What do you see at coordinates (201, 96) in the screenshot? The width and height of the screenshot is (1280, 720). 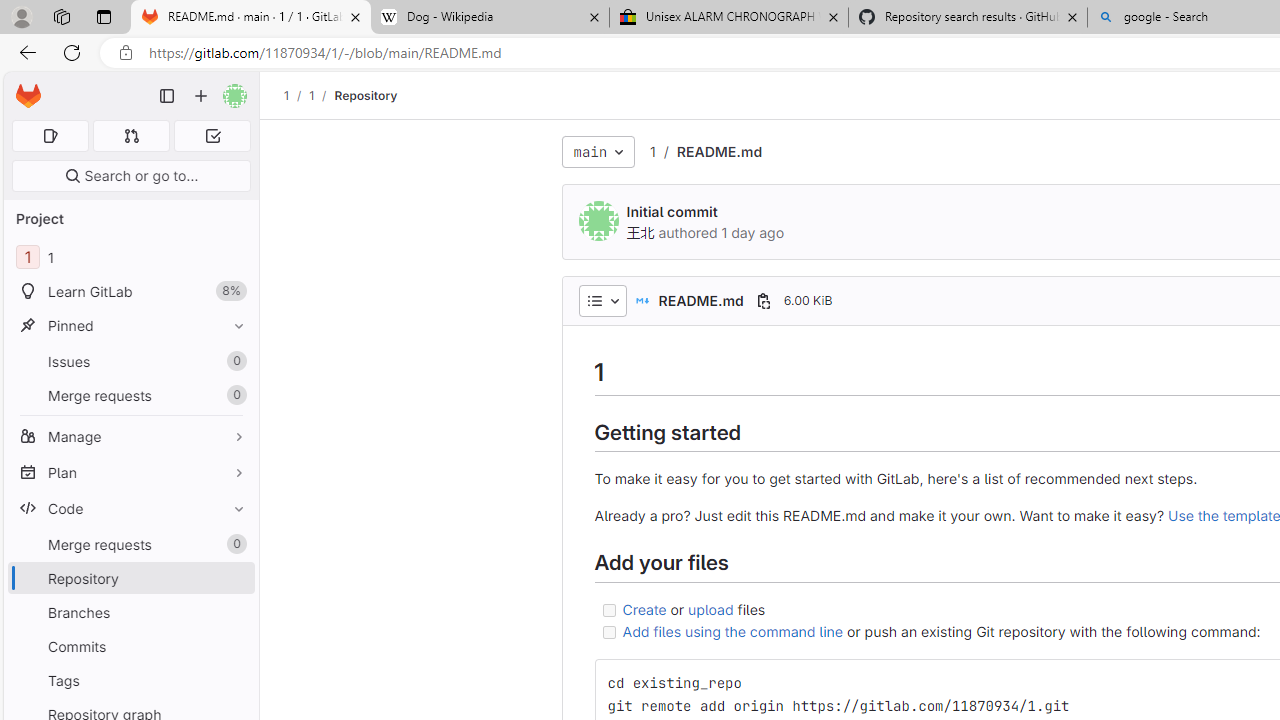 I see `'Create new...'` at bounding box center [201, 96].